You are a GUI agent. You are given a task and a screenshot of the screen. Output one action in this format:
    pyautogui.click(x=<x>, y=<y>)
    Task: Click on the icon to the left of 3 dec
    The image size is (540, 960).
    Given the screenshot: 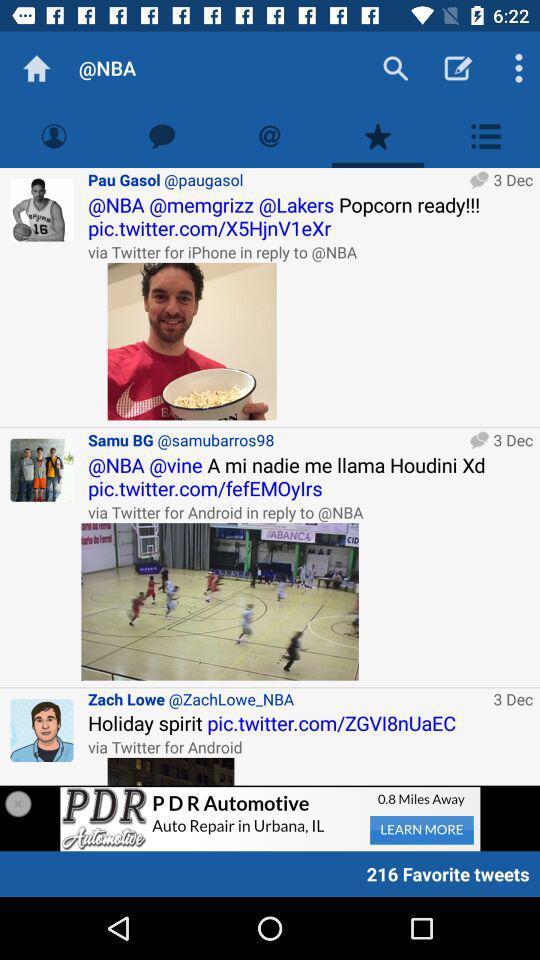 What is the action you would take?
    pyautogui.click(x=219, y=600)
    